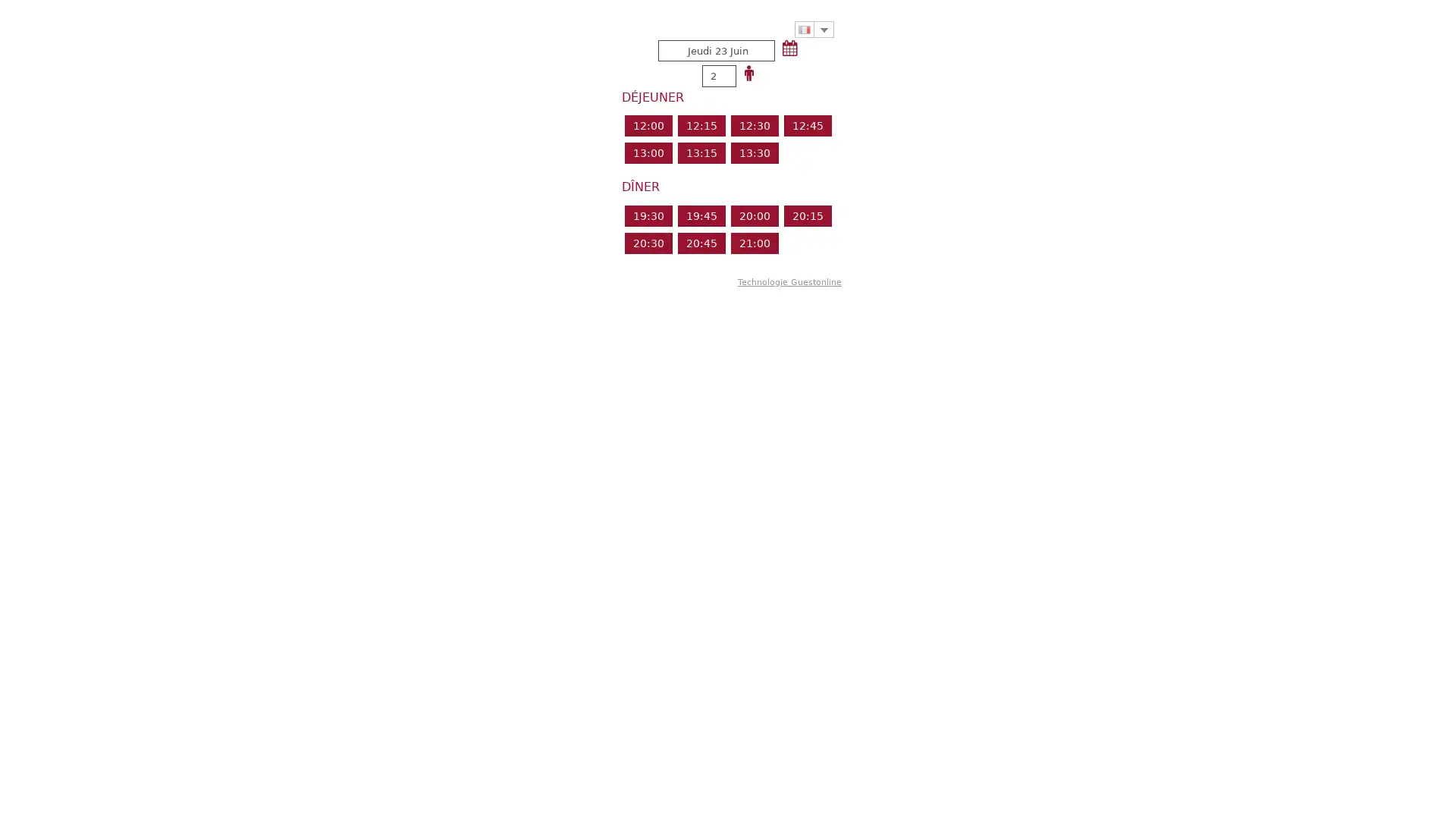 The height and width of the screenshot is (819, 1456). I want to click on 20:00, so click(754, 215).